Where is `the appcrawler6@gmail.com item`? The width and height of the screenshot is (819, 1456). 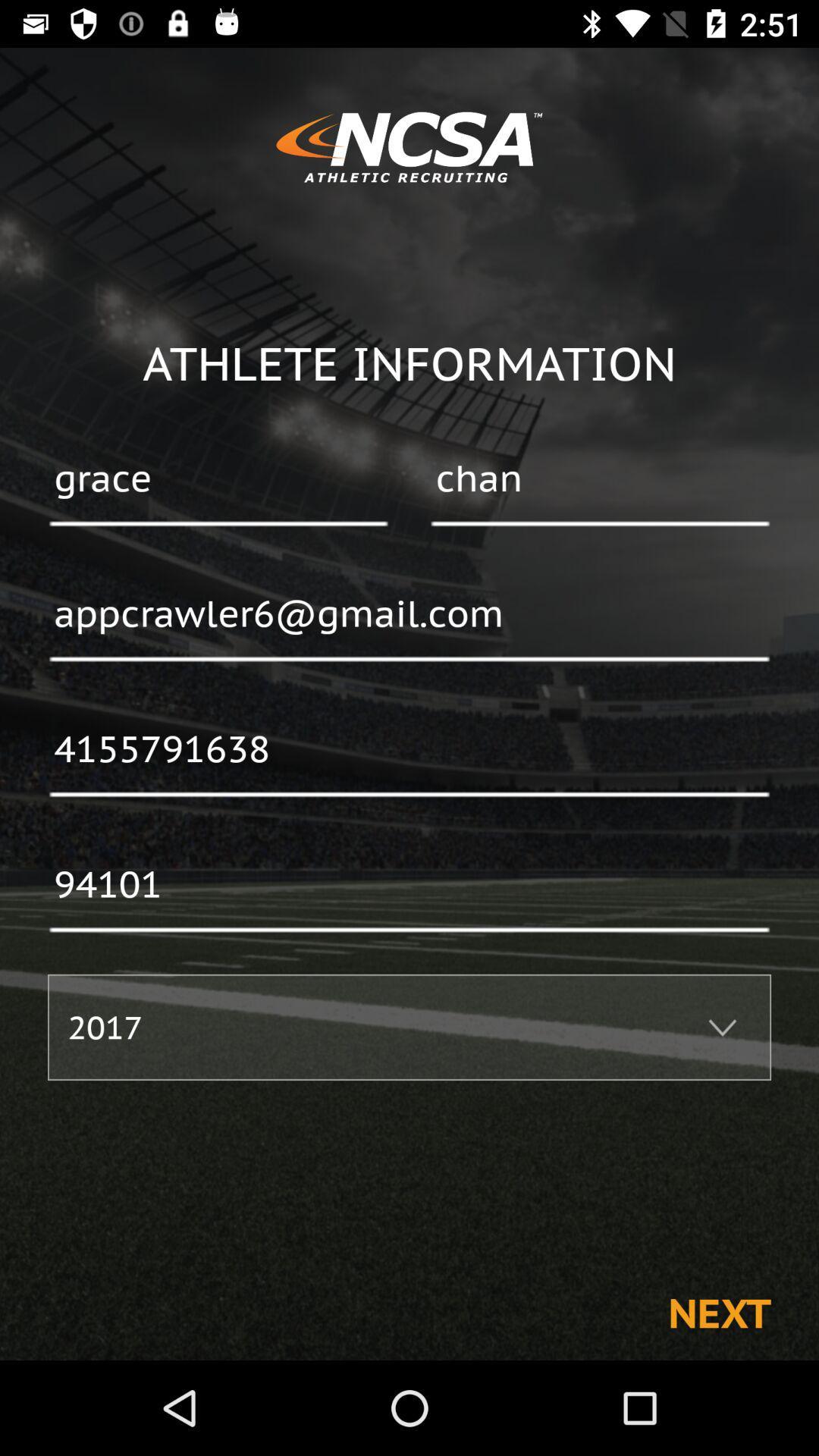
the appcrawler6@gmail.com item is located at coordinates (409, 615).